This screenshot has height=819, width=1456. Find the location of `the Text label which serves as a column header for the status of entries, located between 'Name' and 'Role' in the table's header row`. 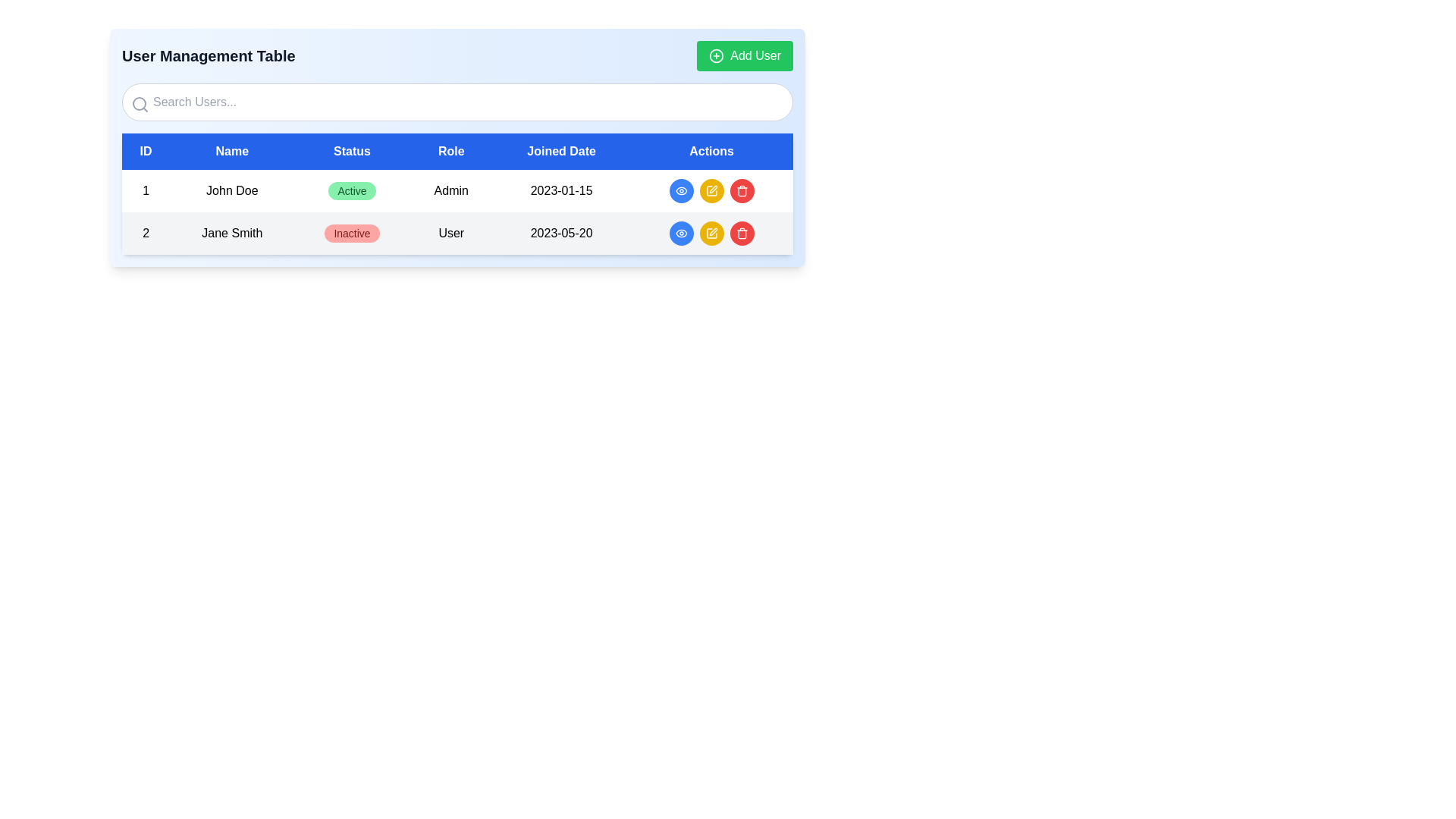

the Text label which serves as a column header for the status of entries, located between 'Name' and 'Role' in the table's header row is located at coordinates (351, 152).